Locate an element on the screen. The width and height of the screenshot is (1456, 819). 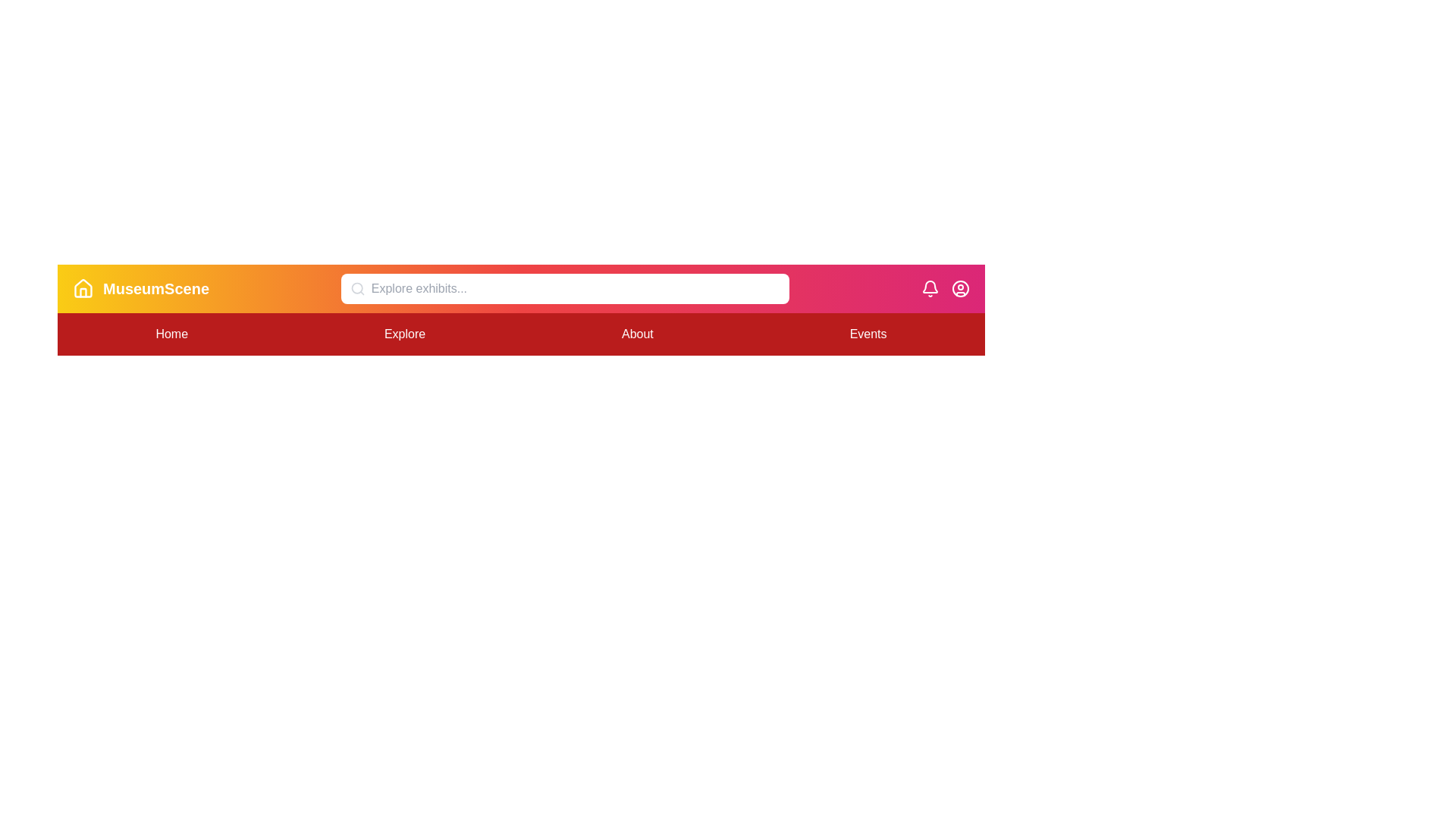
the 'Bell' icon to view notifications is located at coordinates (930, 289).